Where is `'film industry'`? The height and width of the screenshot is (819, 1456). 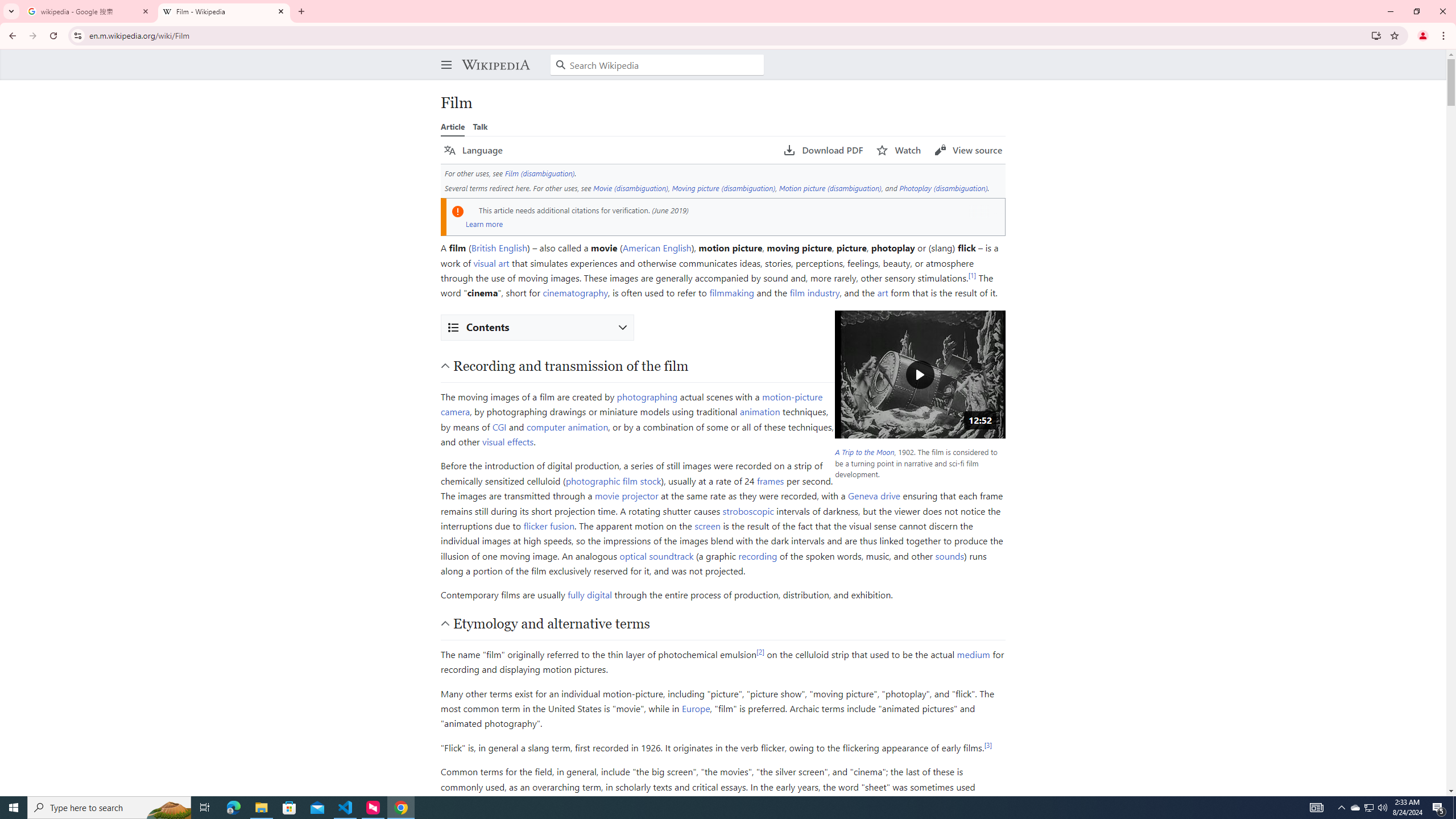
'film industry' is located at coordinates (814, 292).